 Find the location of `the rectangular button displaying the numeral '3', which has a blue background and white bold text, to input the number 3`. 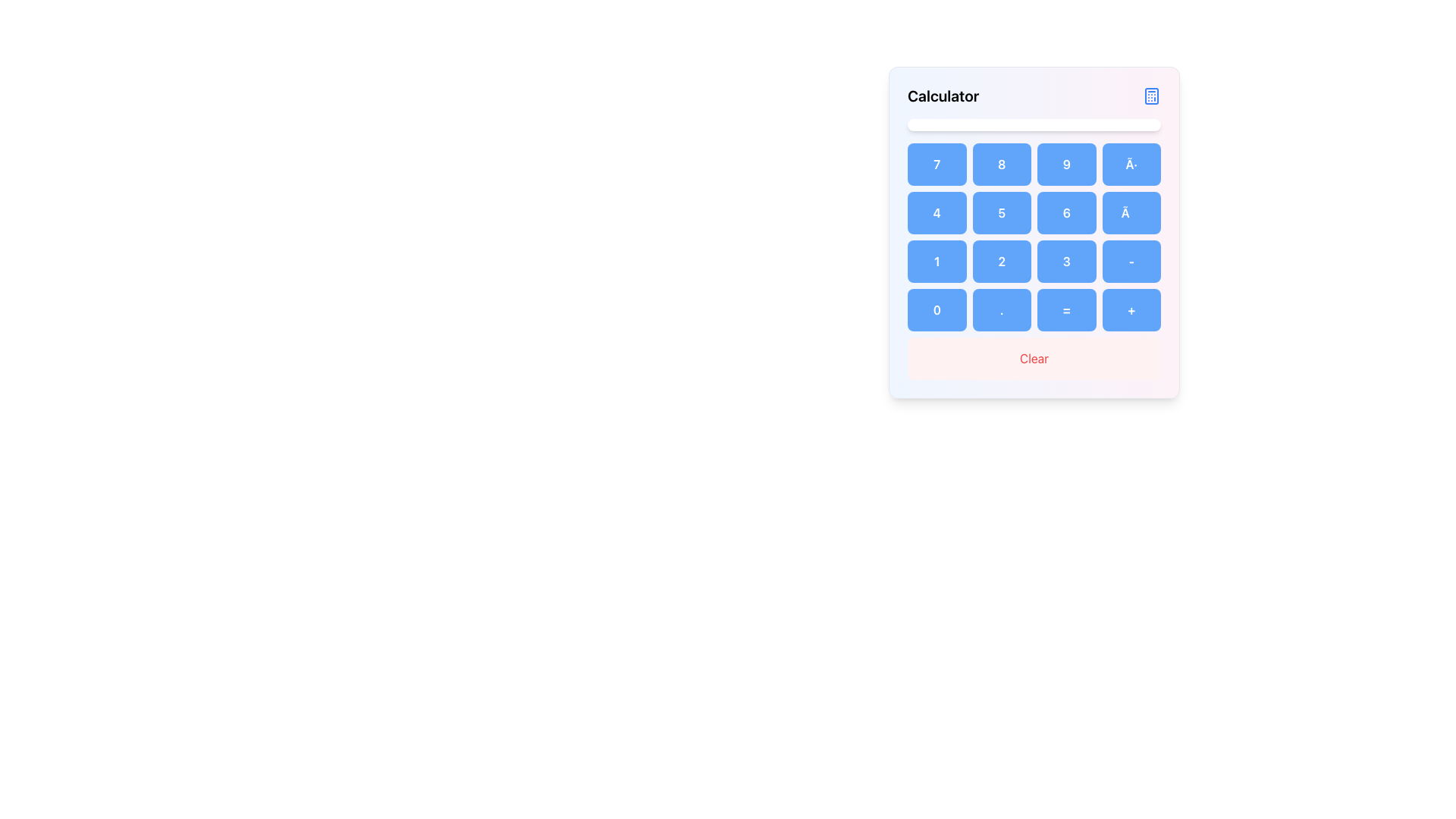

the rectangular button displaying the numeral '3', which has a blue background and white bold text, to input the number 3 is located at coordinates (1065, 260).